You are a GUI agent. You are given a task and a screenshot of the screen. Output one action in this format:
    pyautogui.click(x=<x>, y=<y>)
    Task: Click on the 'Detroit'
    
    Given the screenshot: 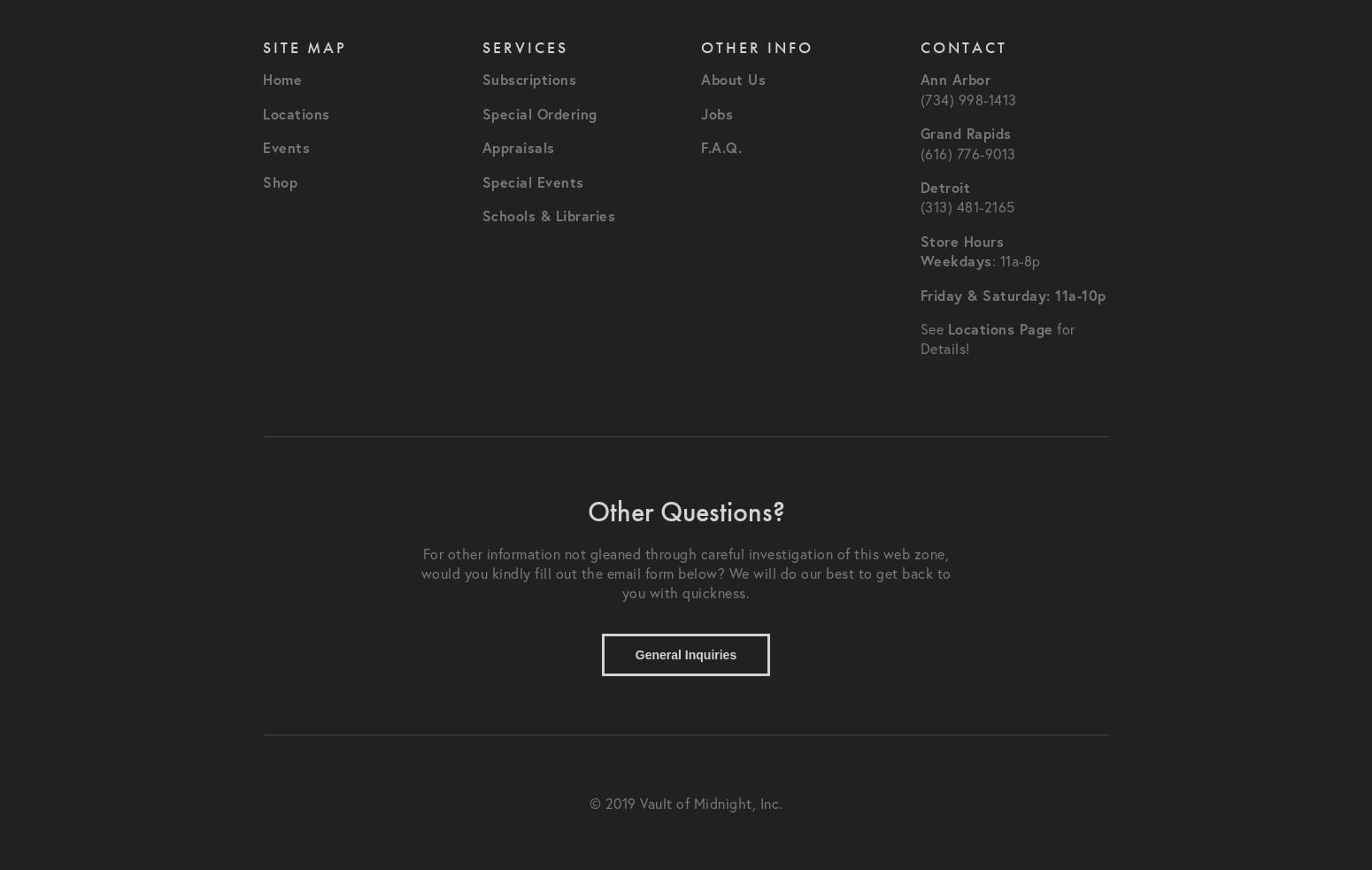 What is the action you would take?
    pyautogui.click(x=944, y=187)
    